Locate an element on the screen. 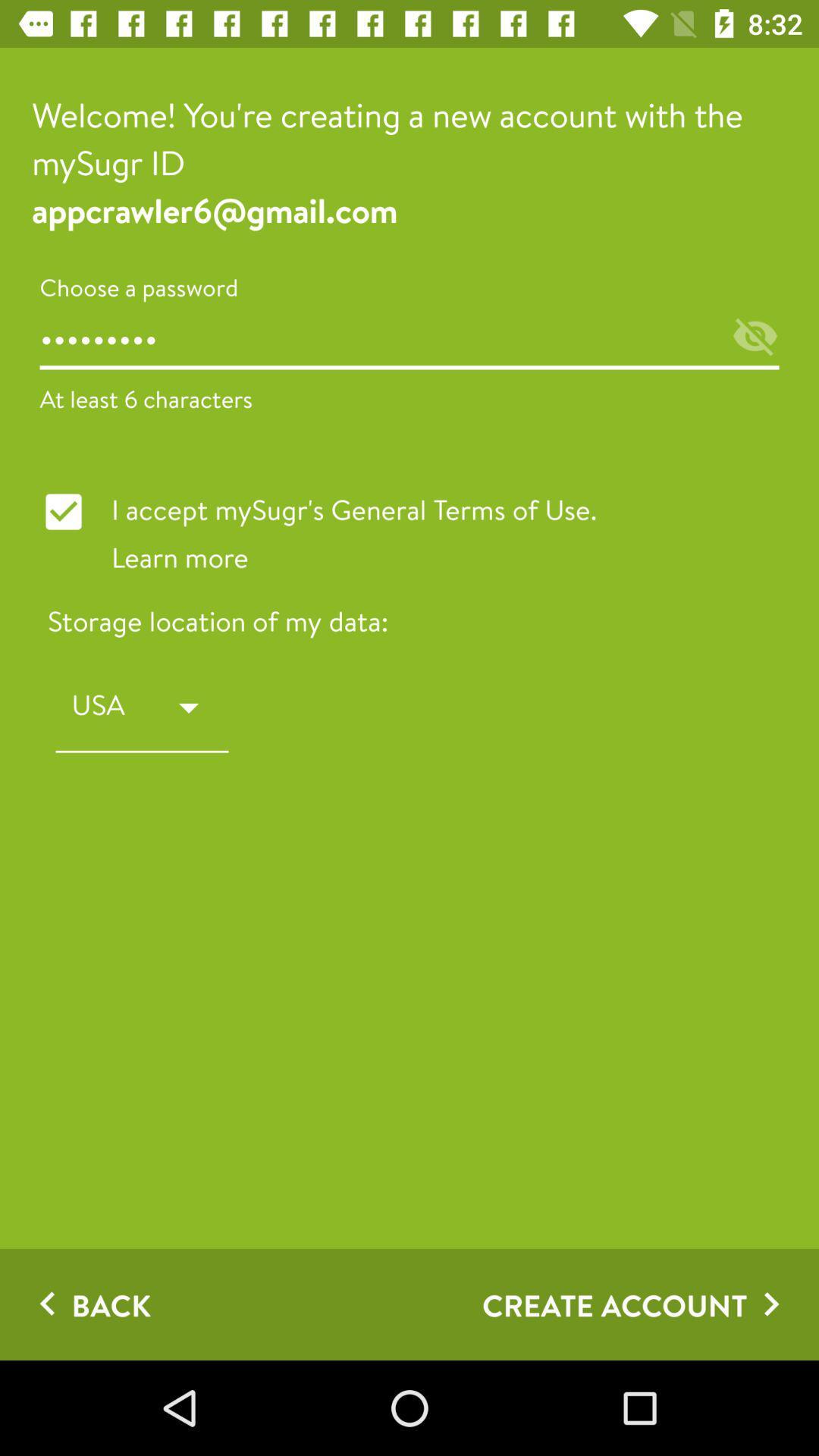 This screenshot has width=819, height=1456. password not showing is located at coordinates (755, 337).